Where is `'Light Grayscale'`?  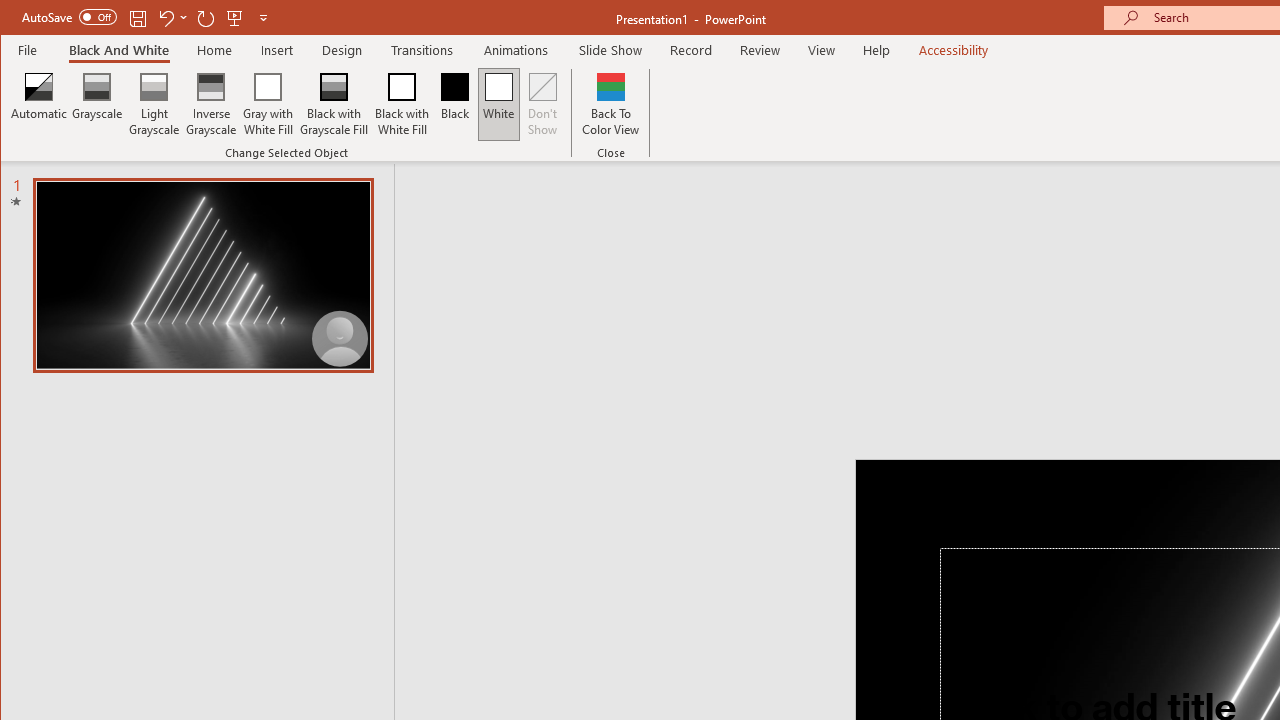
'Light Grayscale' is located at coordinates (153, 104).